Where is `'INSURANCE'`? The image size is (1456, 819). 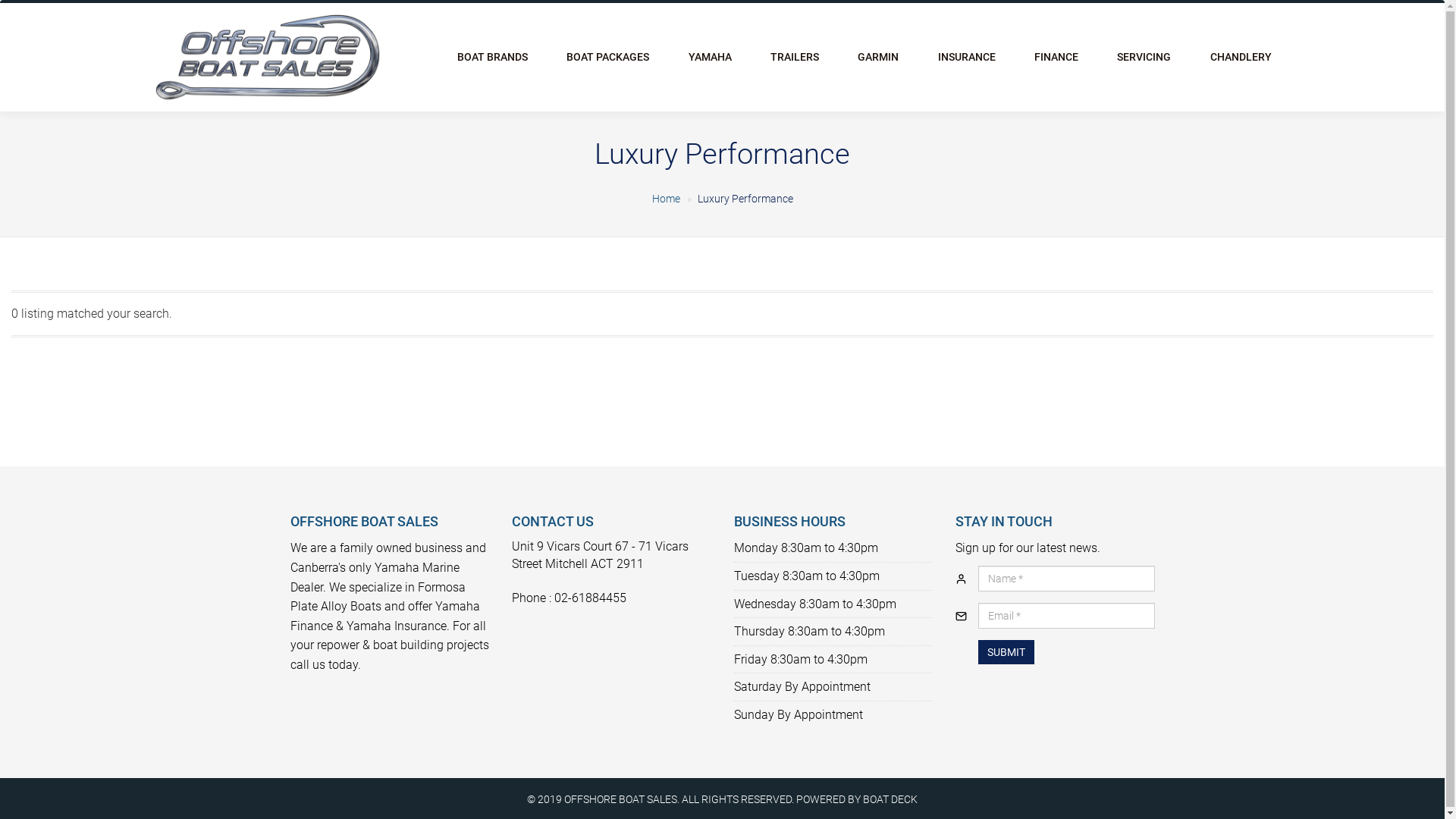
'INSURANCE' is located at coordinates (965, 56).